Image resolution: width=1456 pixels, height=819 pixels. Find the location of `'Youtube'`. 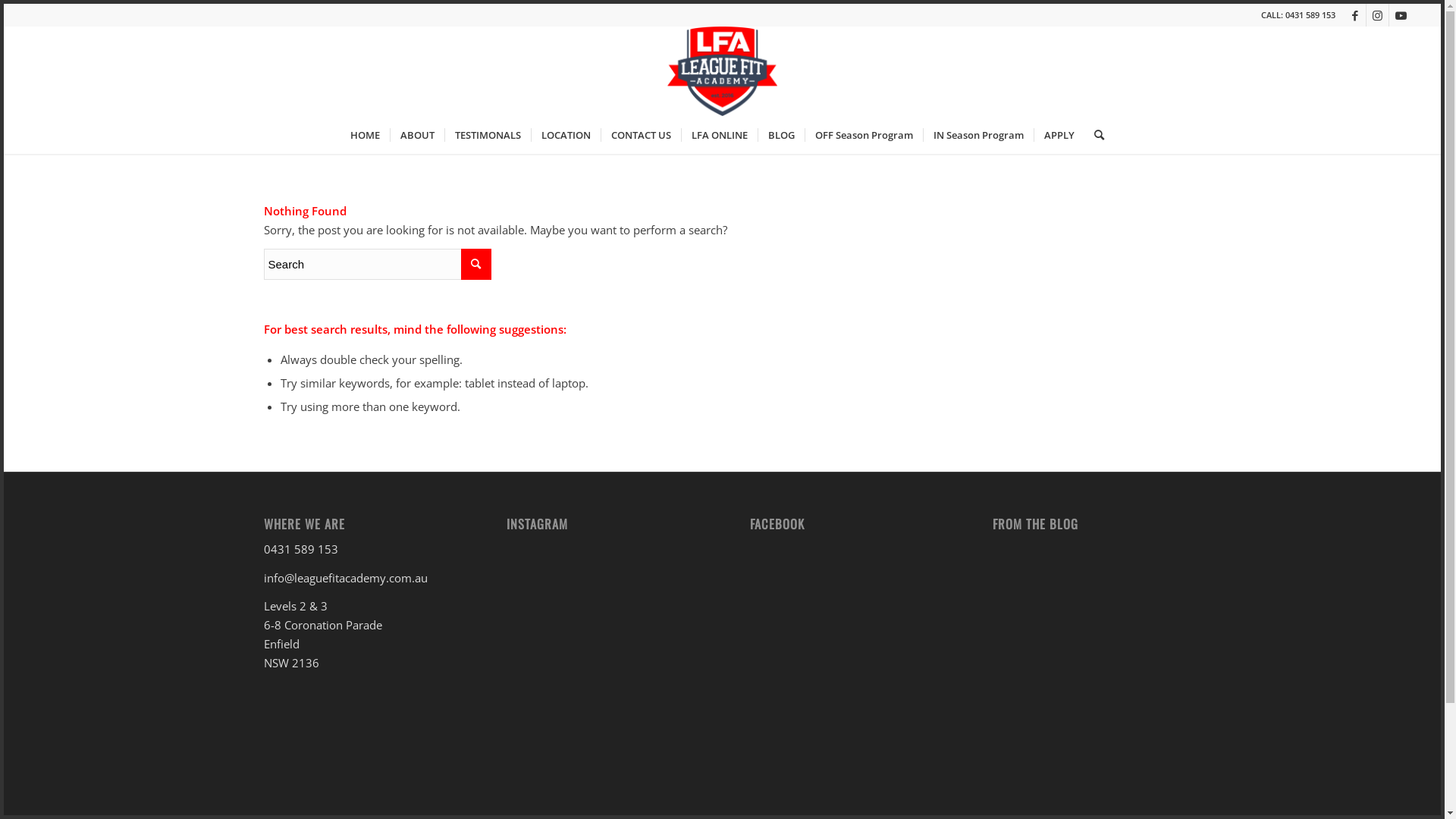

'Youtube' is located at coordinates (1400, 14).